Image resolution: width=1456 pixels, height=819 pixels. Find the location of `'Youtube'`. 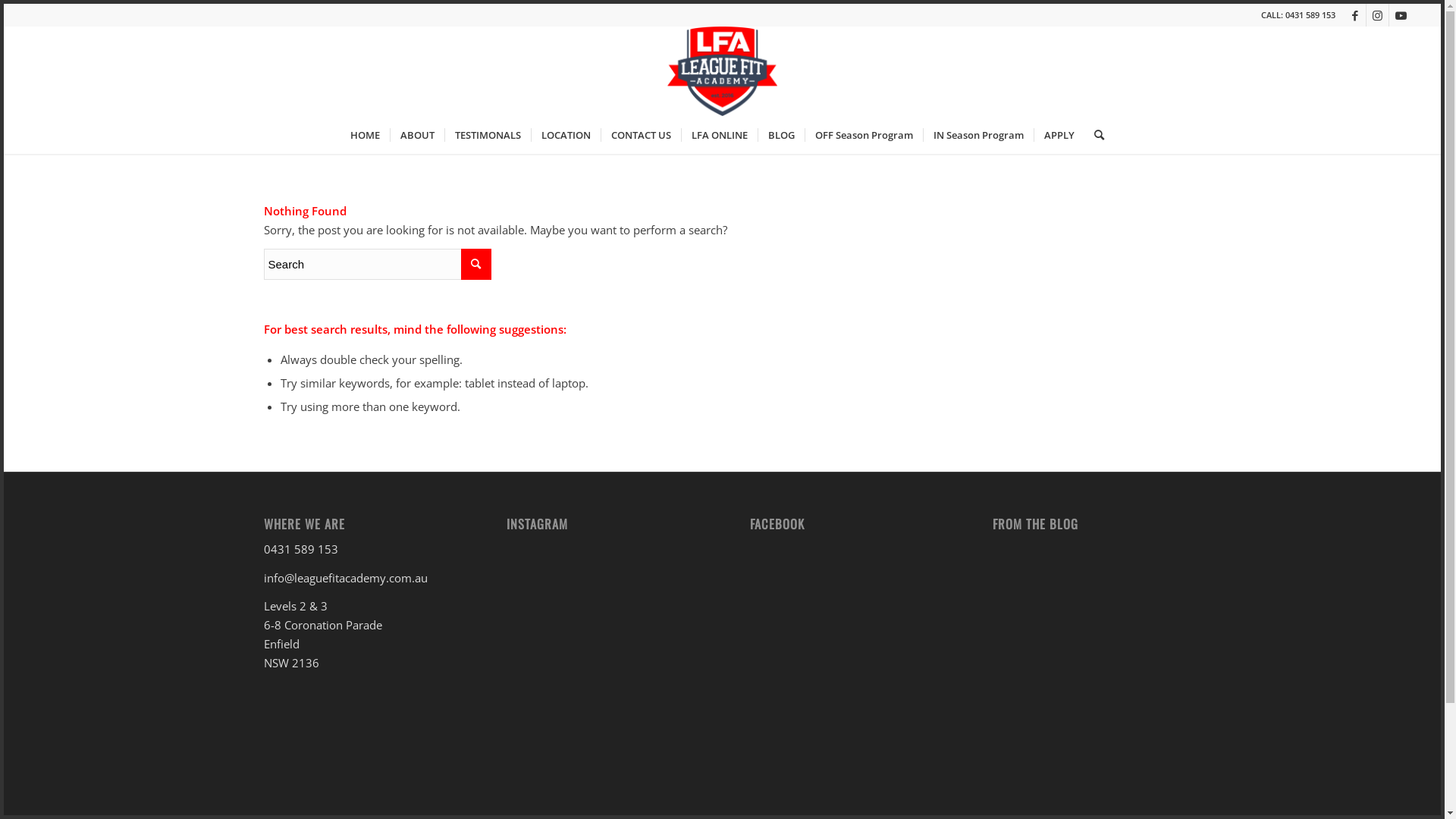

'Youtube' is located at coordinates (1400, 14).